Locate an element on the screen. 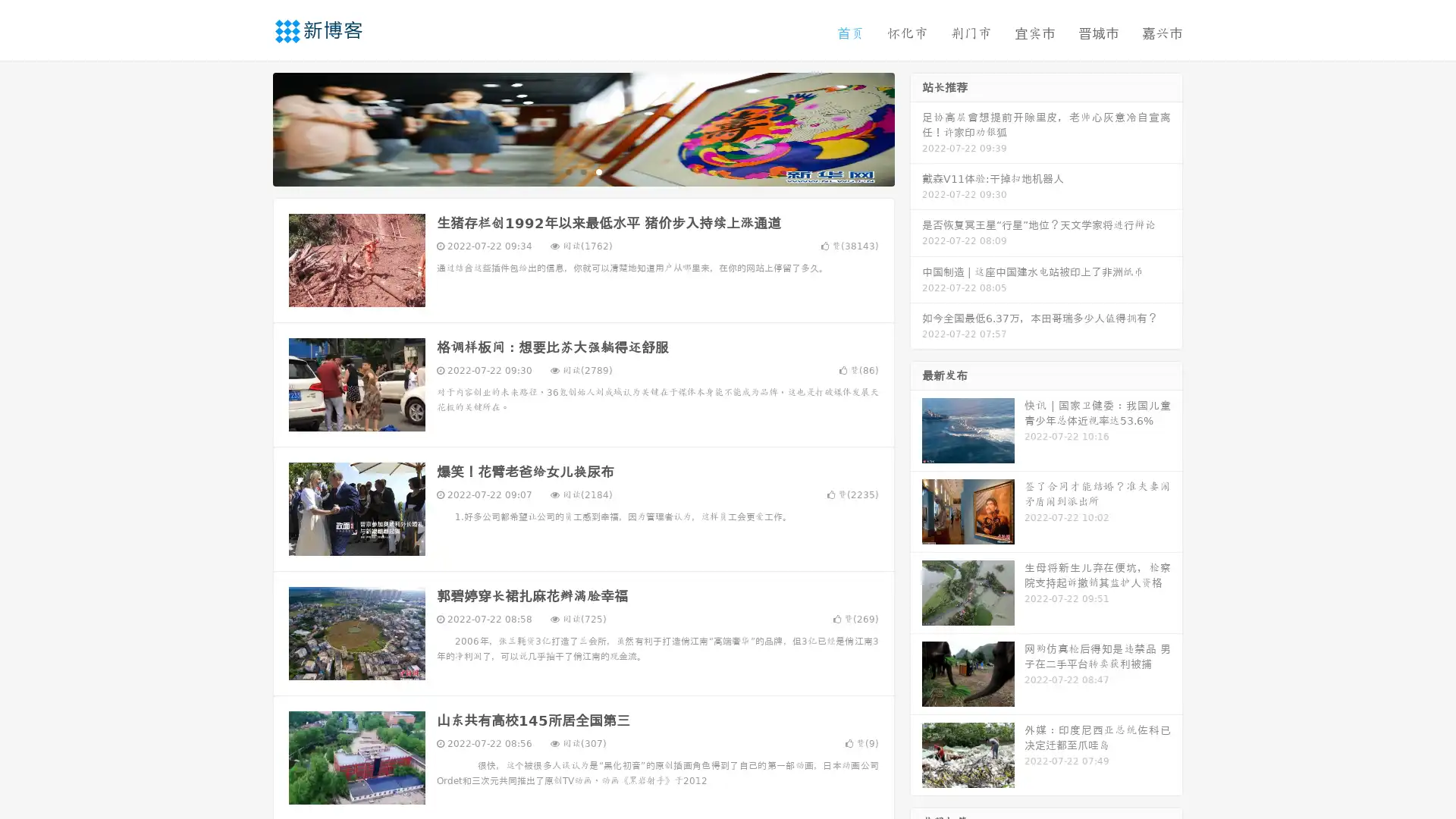  Go to slide 1 is located at coordinates (567, 171).